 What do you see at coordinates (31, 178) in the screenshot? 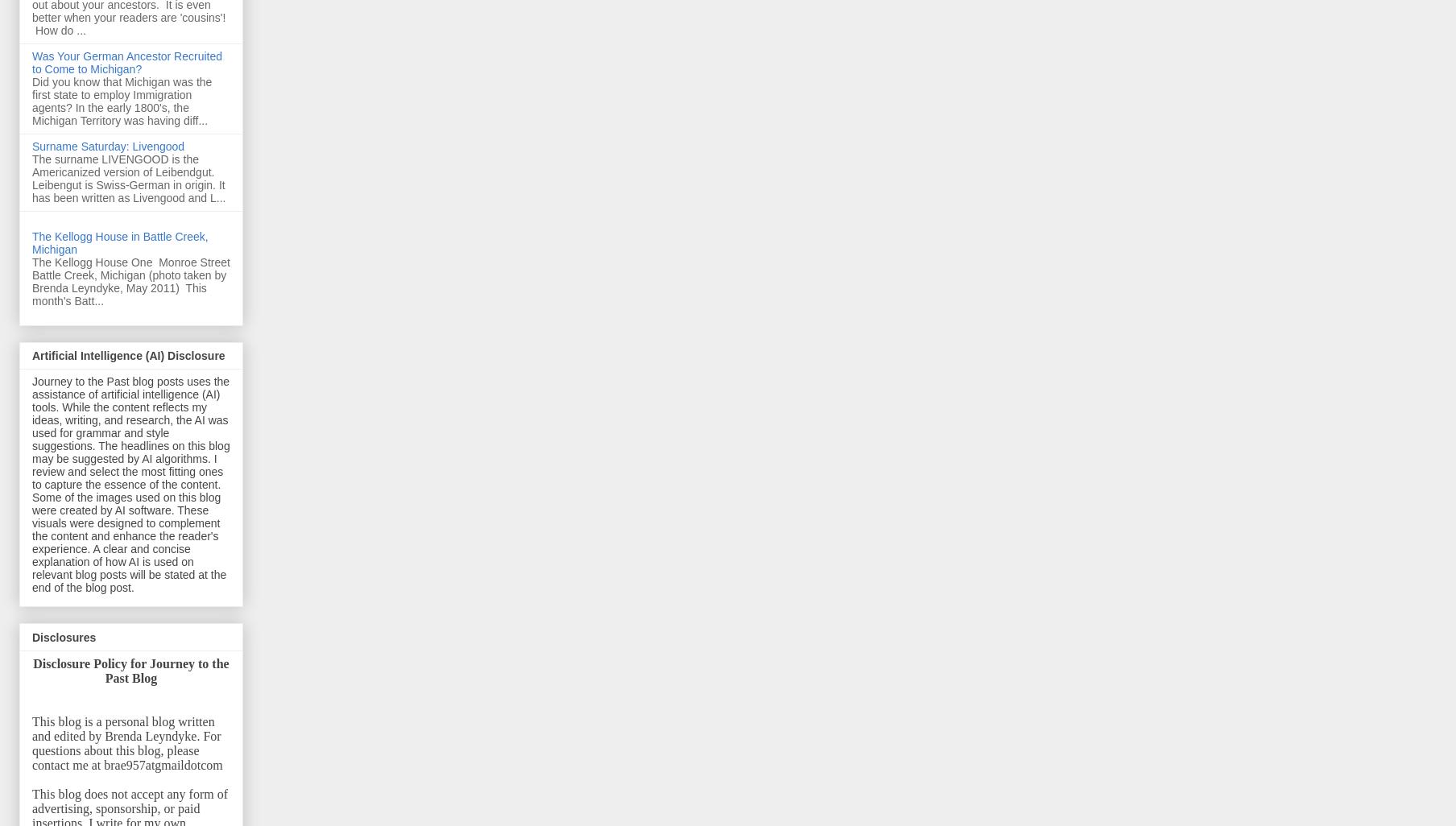
I see `'The surname LIVENGOOD is the Americanized version of Leibendgut. Leibengut is Swiss-German in origin. It has been written as Livengood and L...'` at bounding box center [31, 178].